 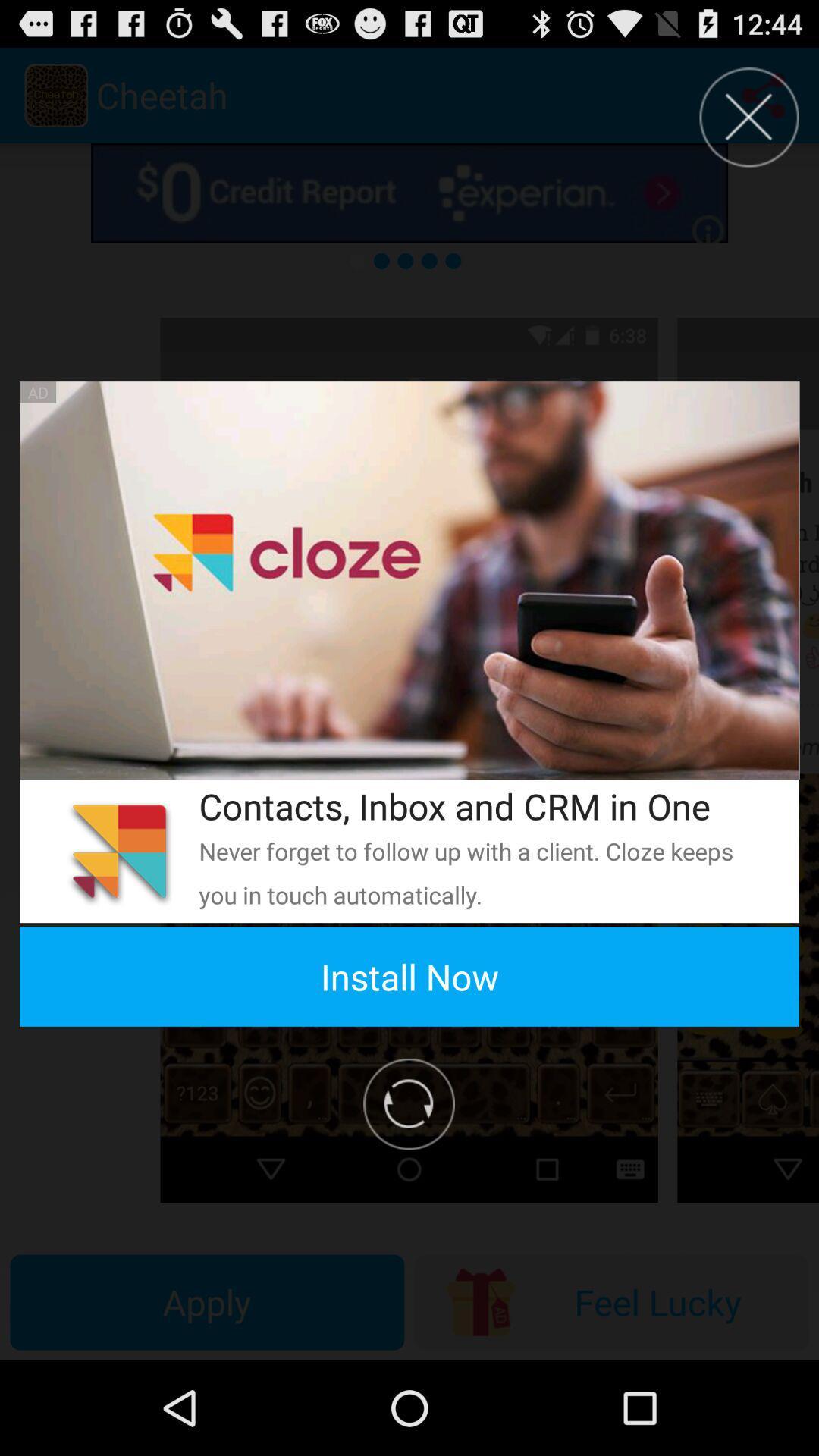 I want to click on the app above install now, so click(x=118, y=851).